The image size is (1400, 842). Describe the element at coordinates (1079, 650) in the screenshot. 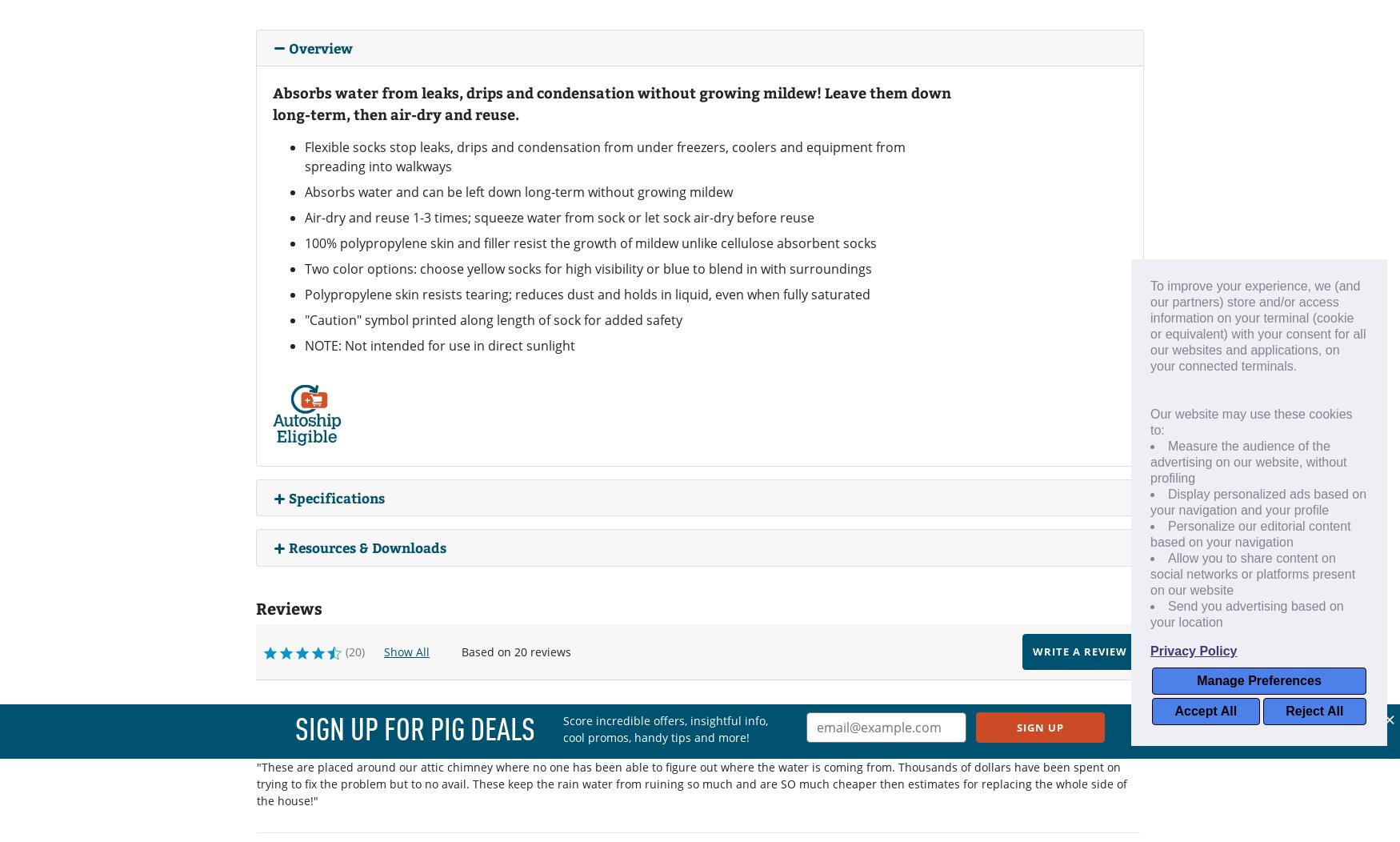

I see `'Write a Review'` at that location.